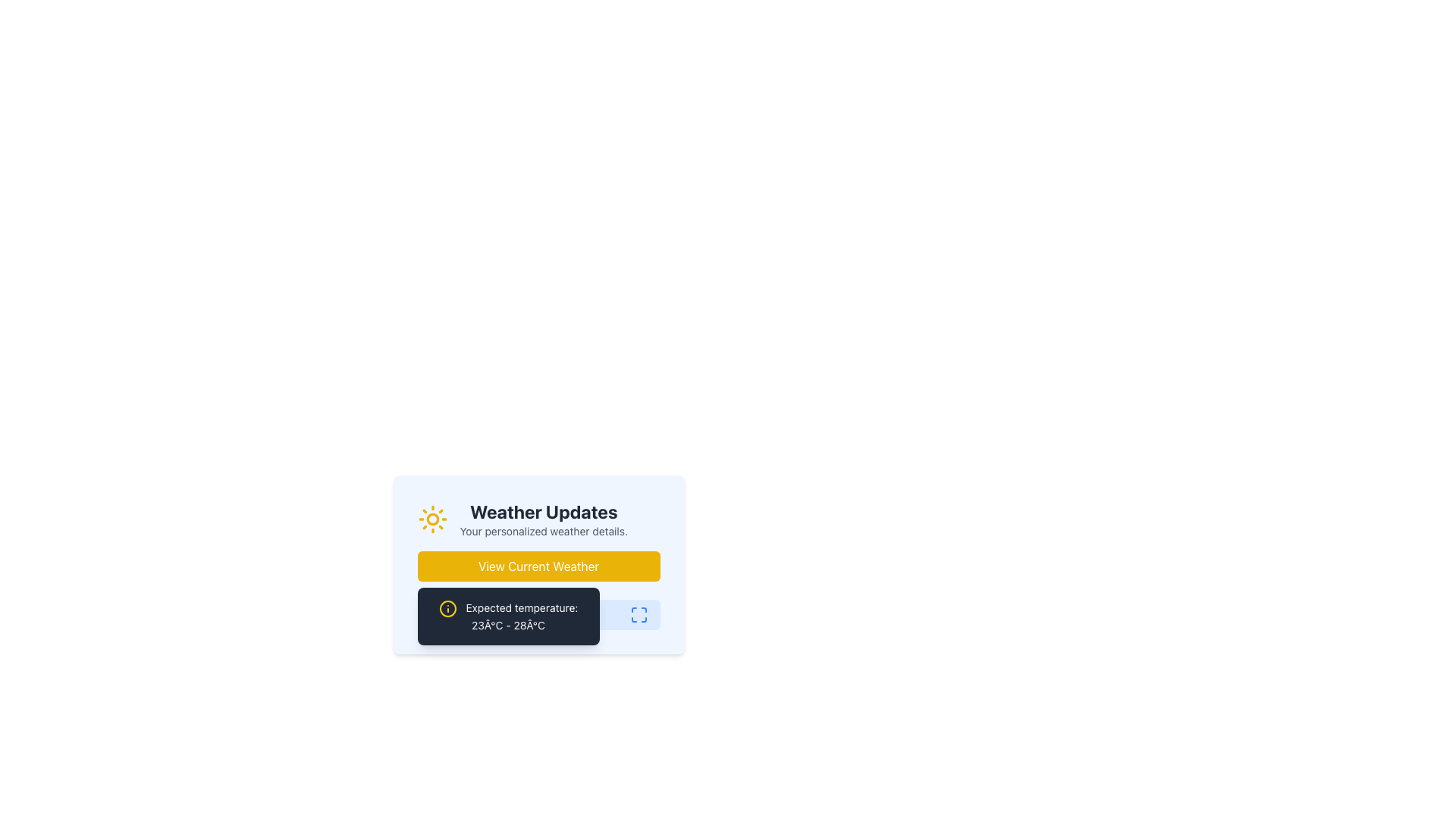 This screenshot has width=1456, height=819. I want to click on the Text label within the graphical tooltip that provides expected temperature range details, located below the 'View Current Weather' button and adjacent to the yellow circular 'i' information icon, so click(508, 617).